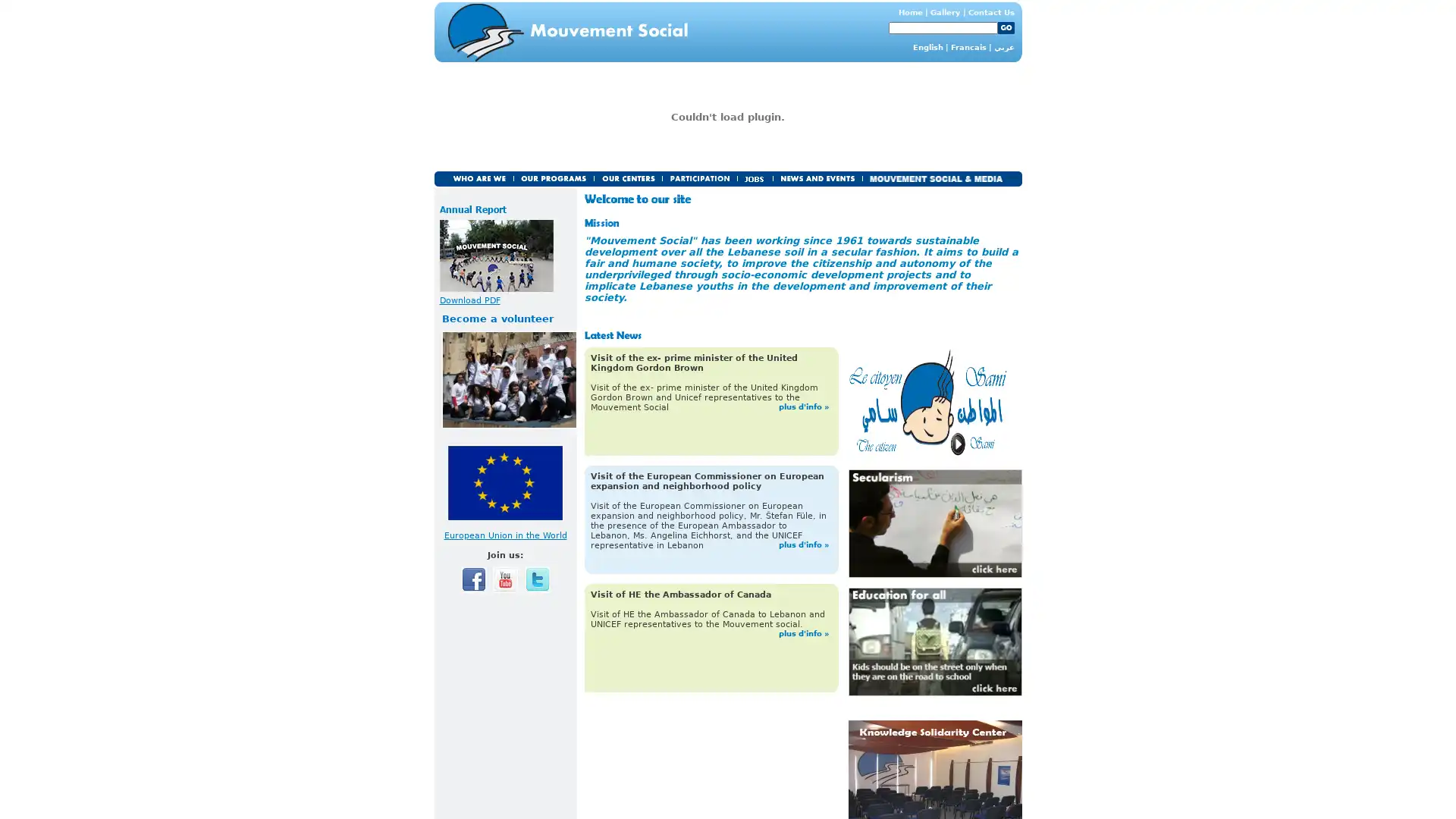 This screenshot has height=819, width=1456. I want to click on Submit, so click(1005, 28).